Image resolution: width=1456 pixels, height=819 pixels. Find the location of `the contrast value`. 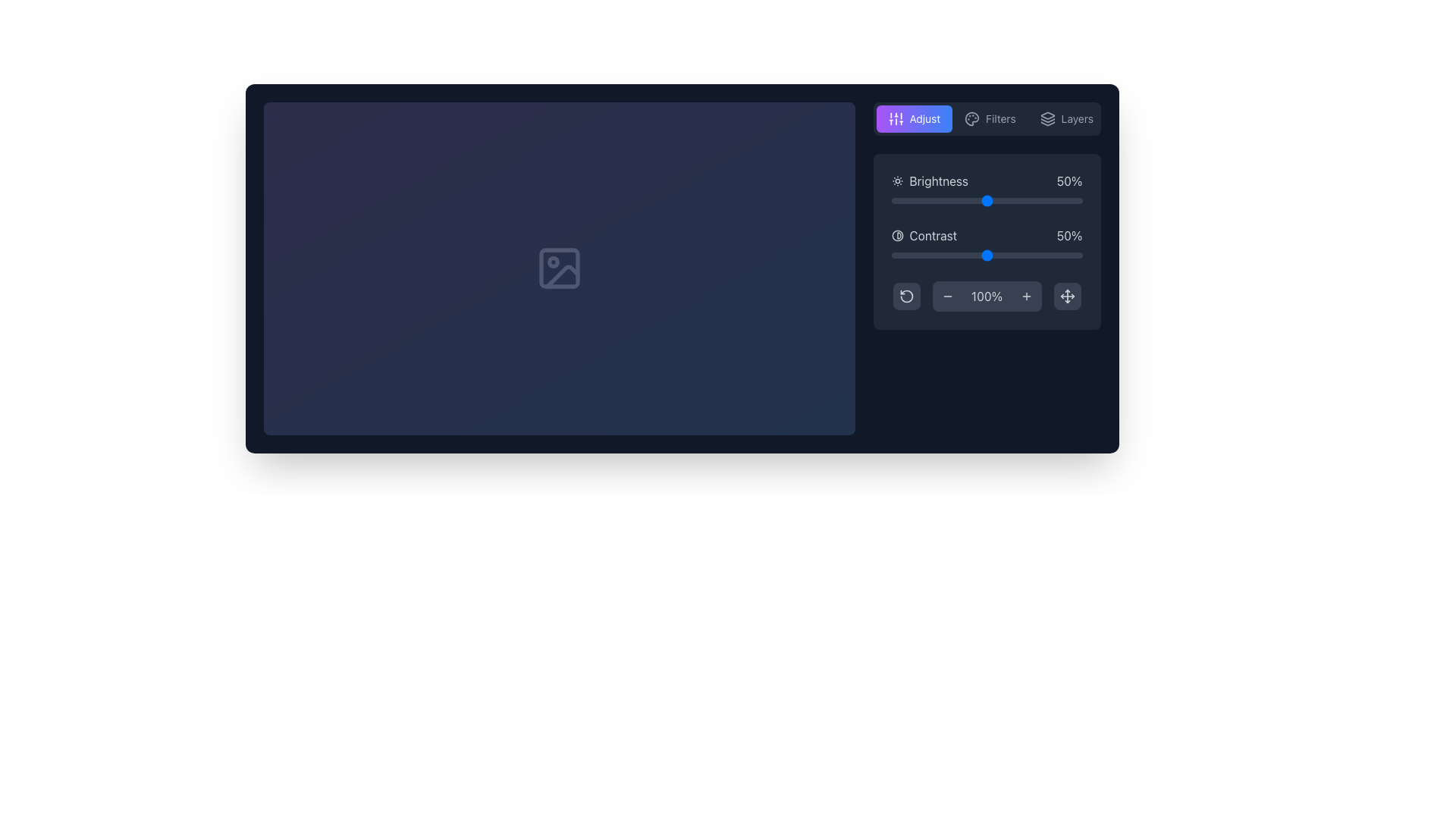

the contrast value is located at coordinates (953, 254).